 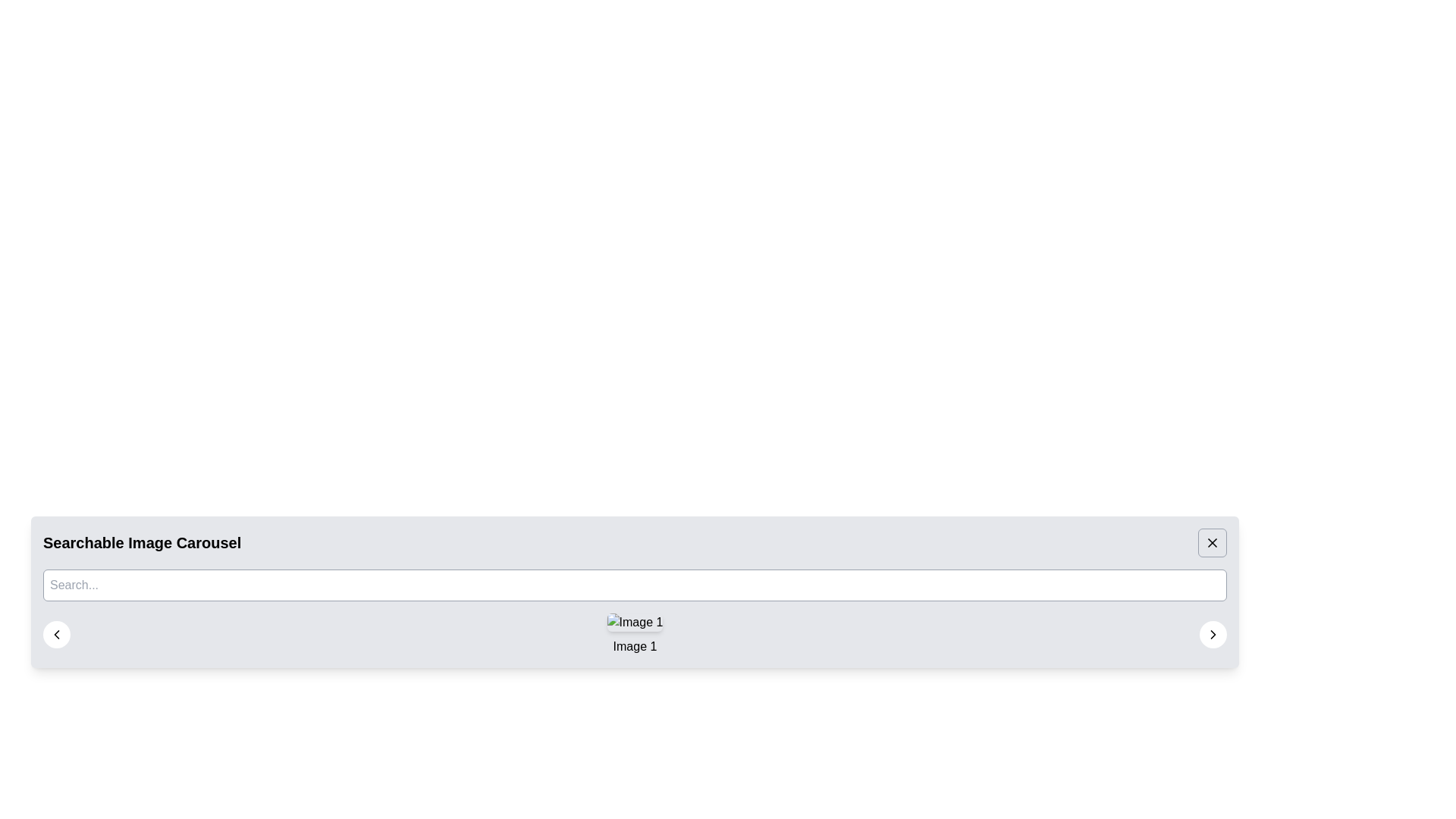 What do you see at coordinates (1211, 542) in the screenshot?
I see `the close button located in the top-right corner of the horizontal bar at the bottom of the interface` at bounding box center [1211, 542].